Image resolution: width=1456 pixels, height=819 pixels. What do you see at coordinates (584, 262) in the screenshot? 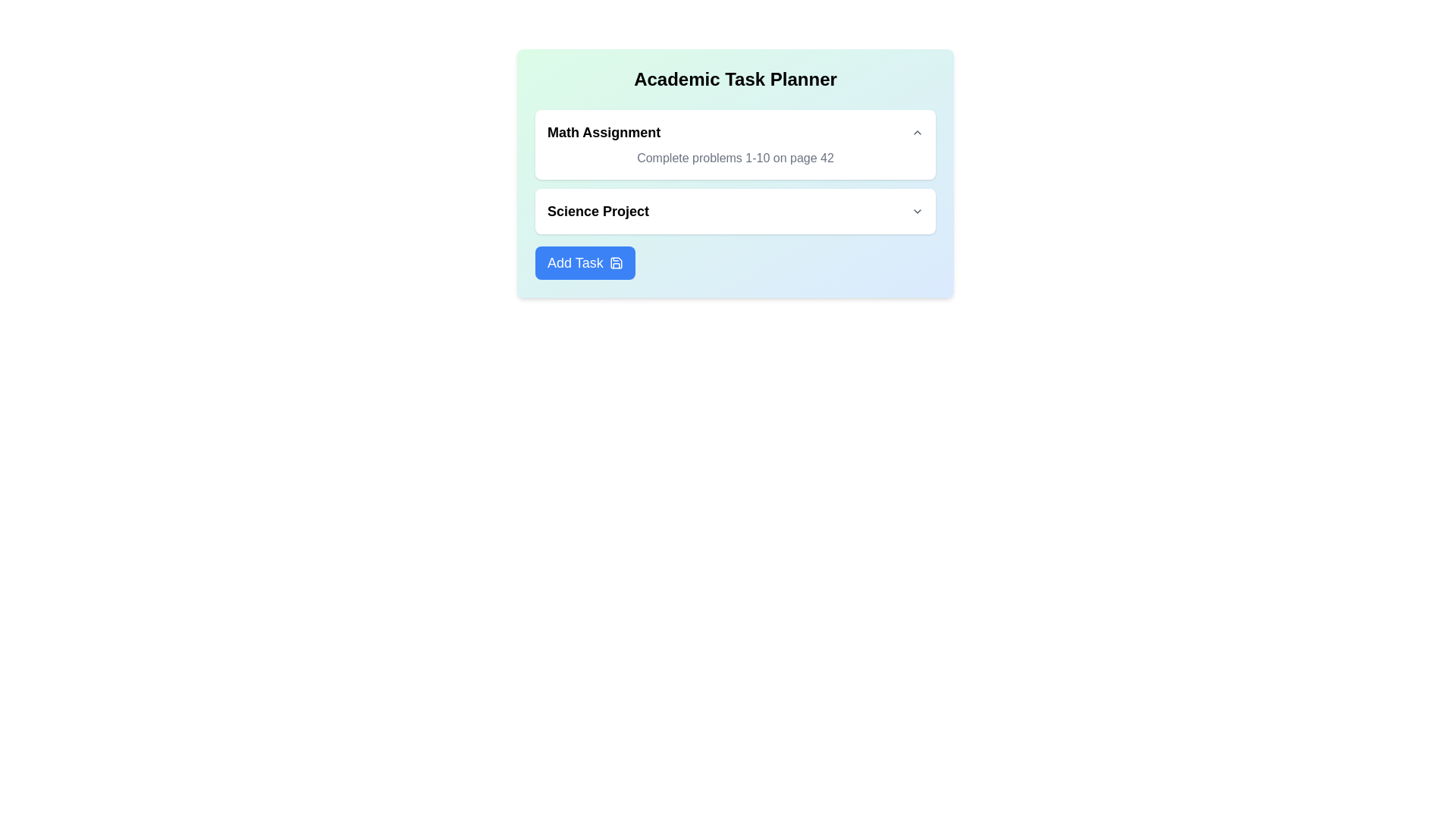
I see `the 'Add Task' button to add a new task` at bounding box center [584, 262].